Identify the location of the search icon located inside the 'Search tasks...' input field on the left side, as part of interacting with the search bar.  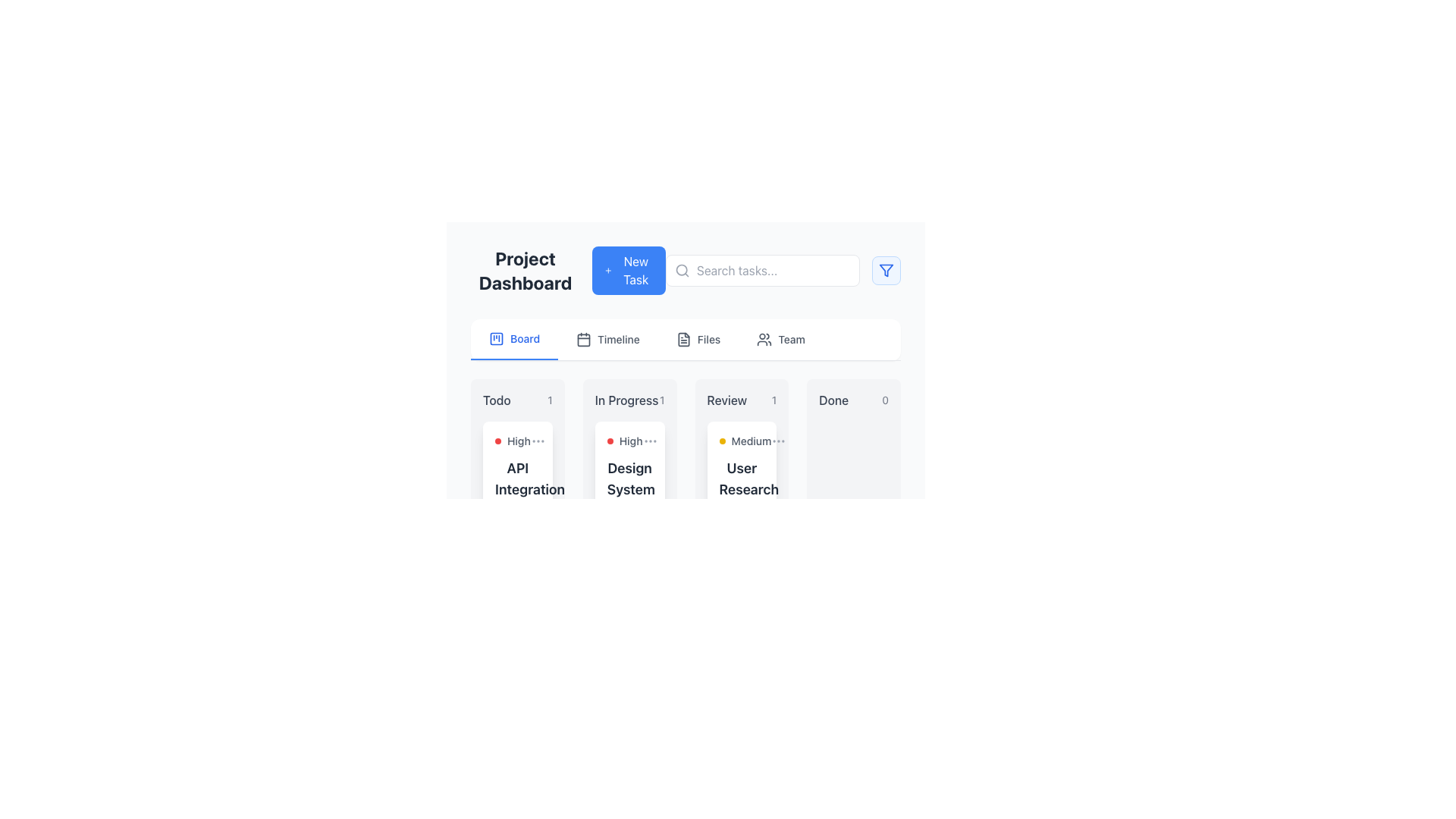
(682, 270).